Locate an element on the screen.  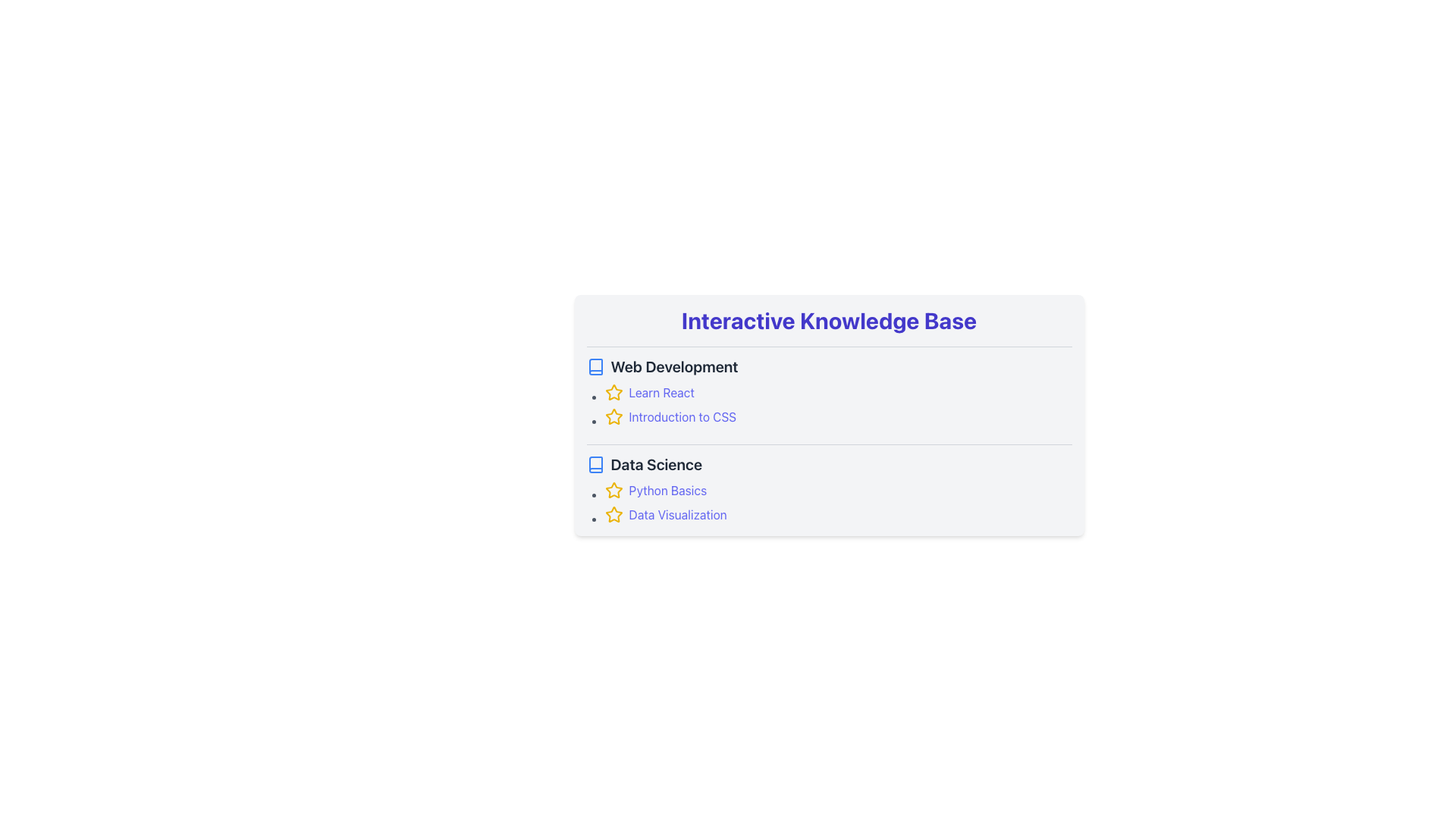
the Icon that visually links to the 'Data Science' title, positioned on the left side of the line containing the title is located at coordinates (595, 464).